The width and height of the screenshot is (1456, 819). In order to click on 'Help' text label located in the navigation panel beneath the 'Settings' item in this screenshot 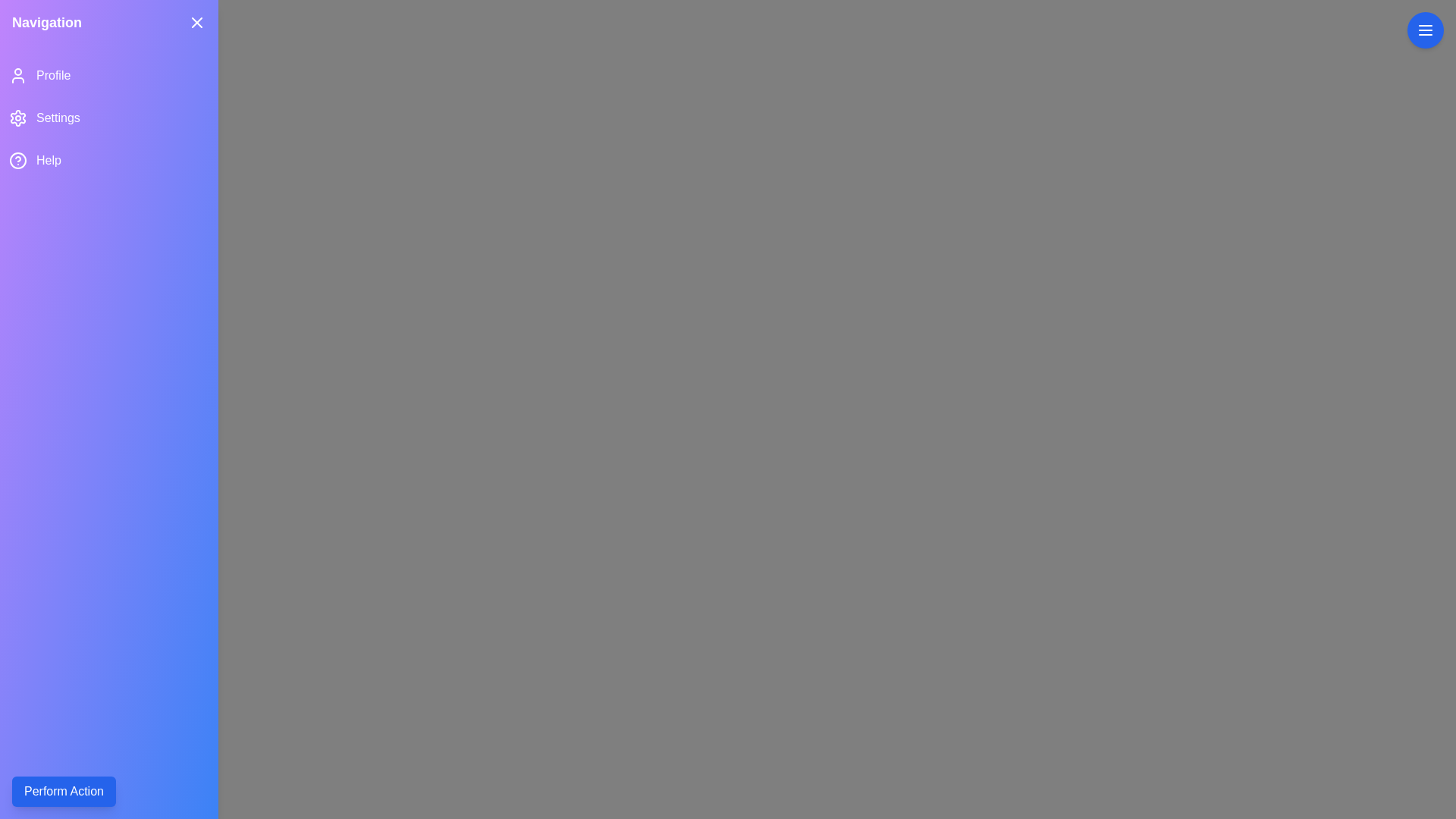, I will do `click(49, 161)`.